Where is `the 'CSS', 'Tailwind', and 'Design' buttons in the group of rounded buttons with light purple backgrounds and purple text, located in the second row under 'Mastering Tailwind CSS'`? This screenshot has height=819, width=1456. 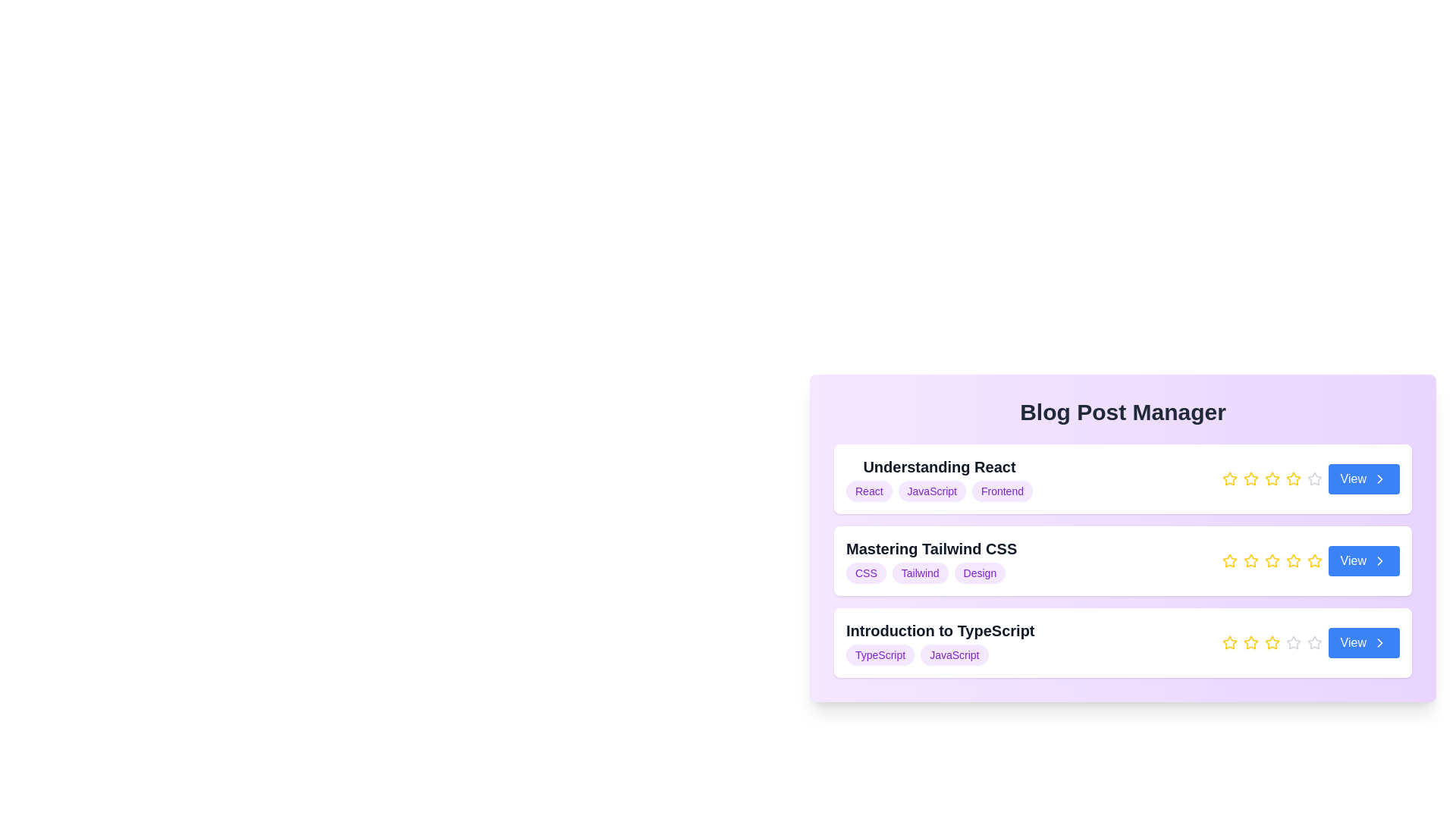 the 'CSS', 'Tailwind', and 'Design' buttons in the group of rounded buttons with light purple backgrounds and purple text, located in the second row under 'Mastering Tailwind CSS' is located at coordinates (930, 573).